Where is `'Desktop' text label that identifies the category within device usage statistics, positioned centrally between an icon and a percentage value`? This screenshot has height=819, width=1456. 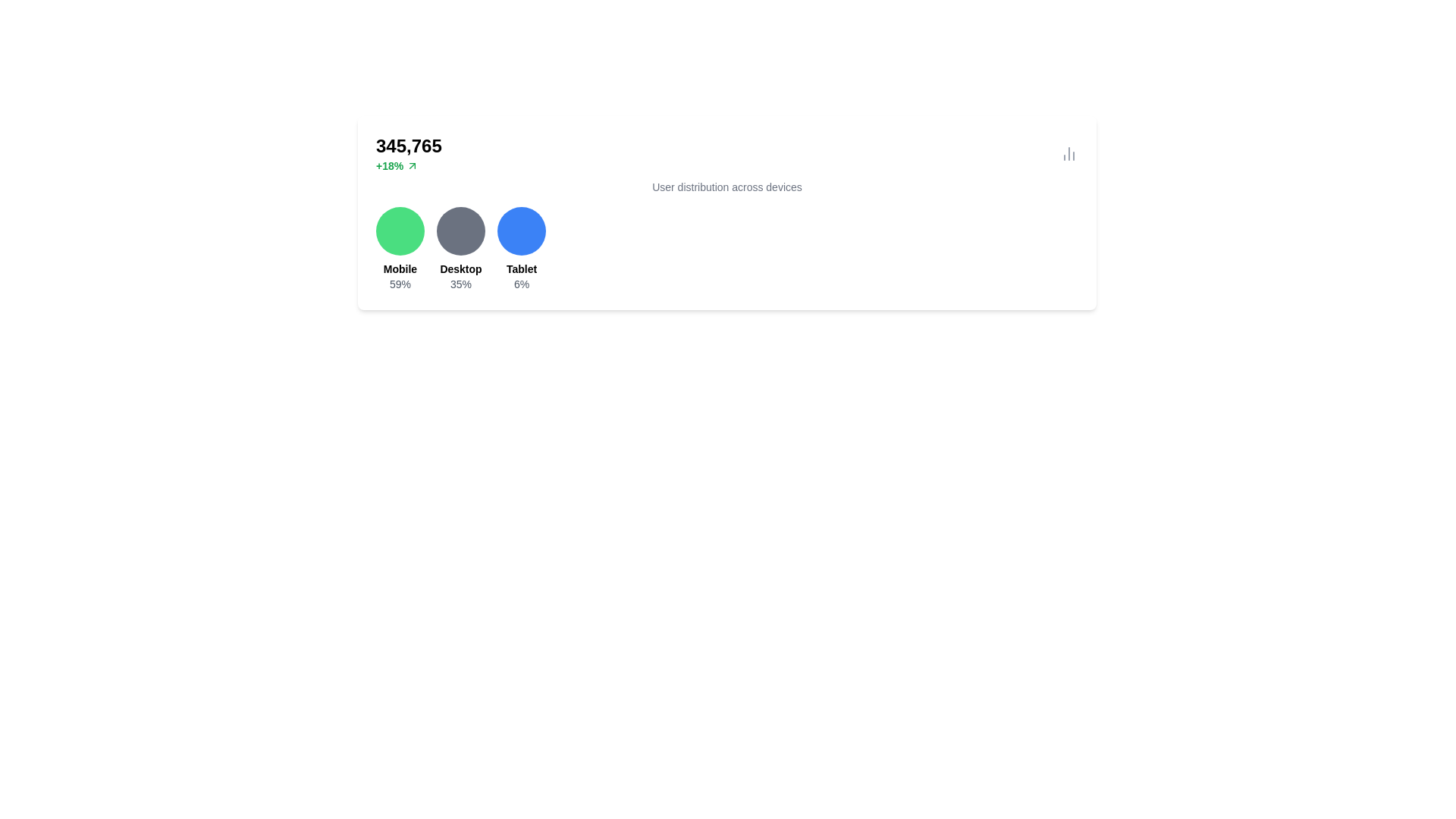
'Desktop' text label that identifies the category within device usage statistics, positioned centrally between an icon and a percentage value is located at coordinates (460, 268).